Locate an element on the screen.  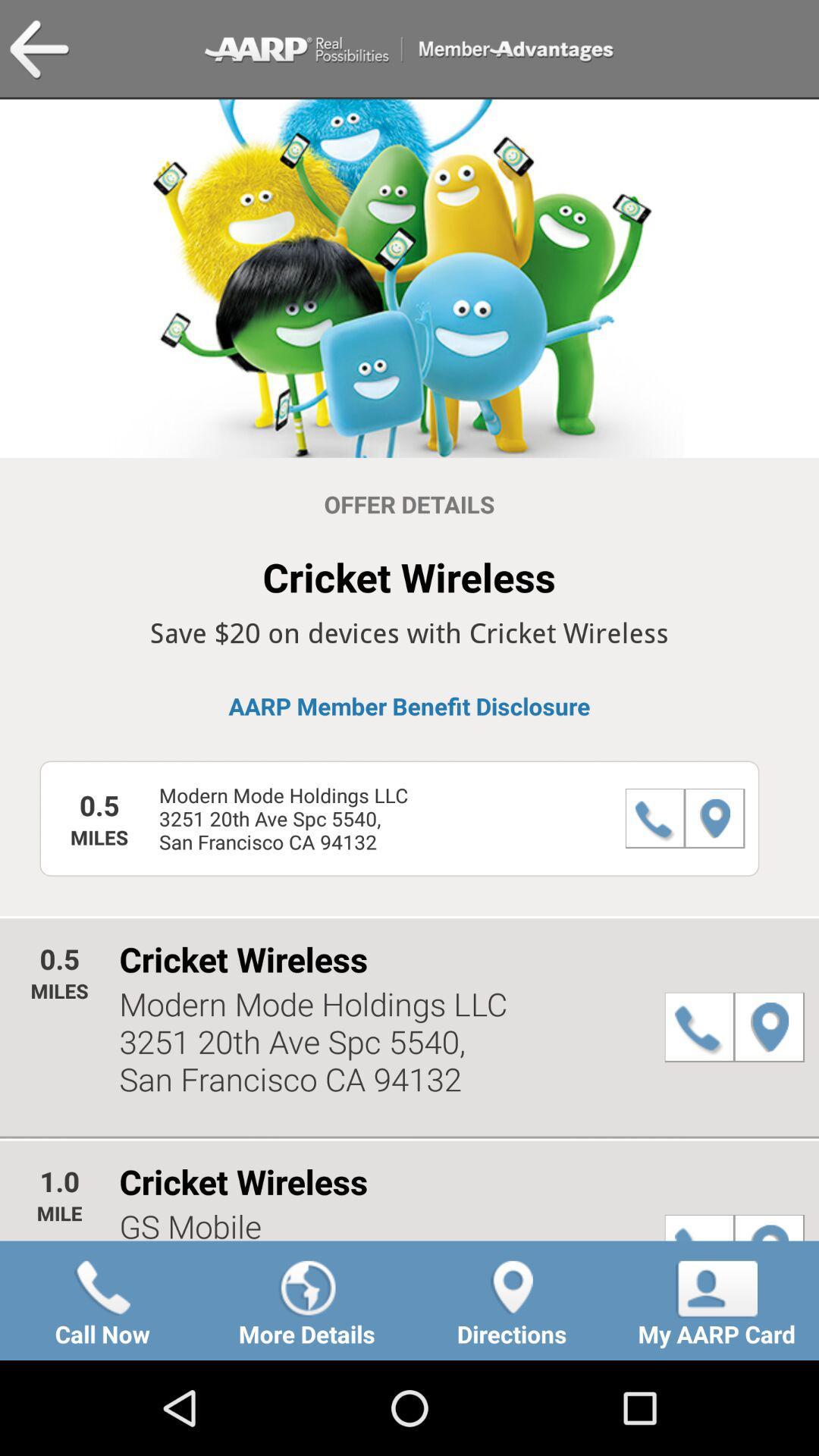
the item below the save 20 on item is located at coordinates (409, 705).